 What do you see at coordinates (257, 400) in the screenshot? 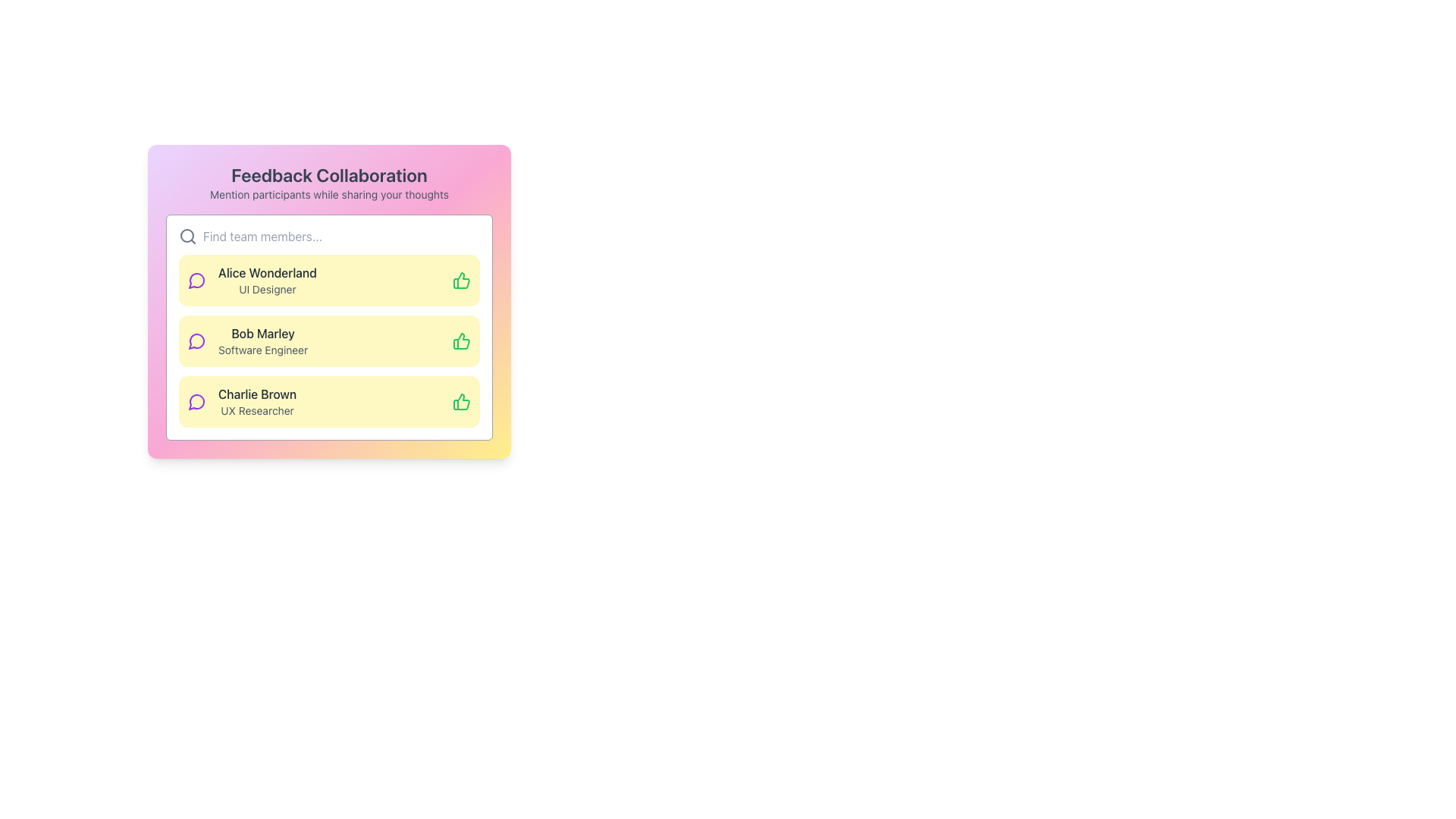
I see `the Text display component that shows 'Charlie Brown' in bold above 'UX Researcher', located within the third yellow card in the user profile list` at bounding box center [257, 400].